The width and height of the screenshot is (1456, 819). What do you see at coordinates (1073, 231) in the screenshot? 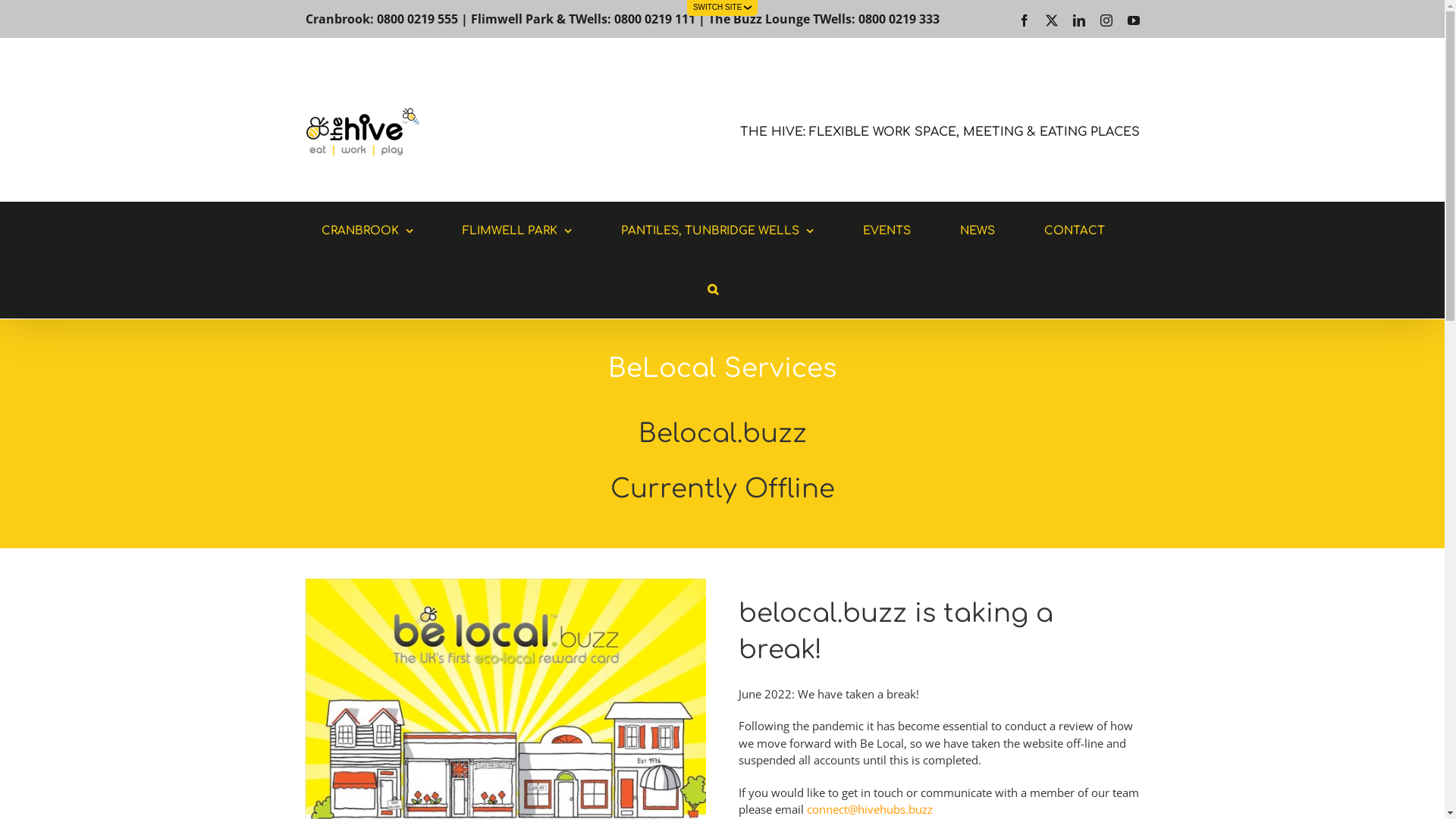
I see `'CONTACT'` at bounding box center [1073, 231].